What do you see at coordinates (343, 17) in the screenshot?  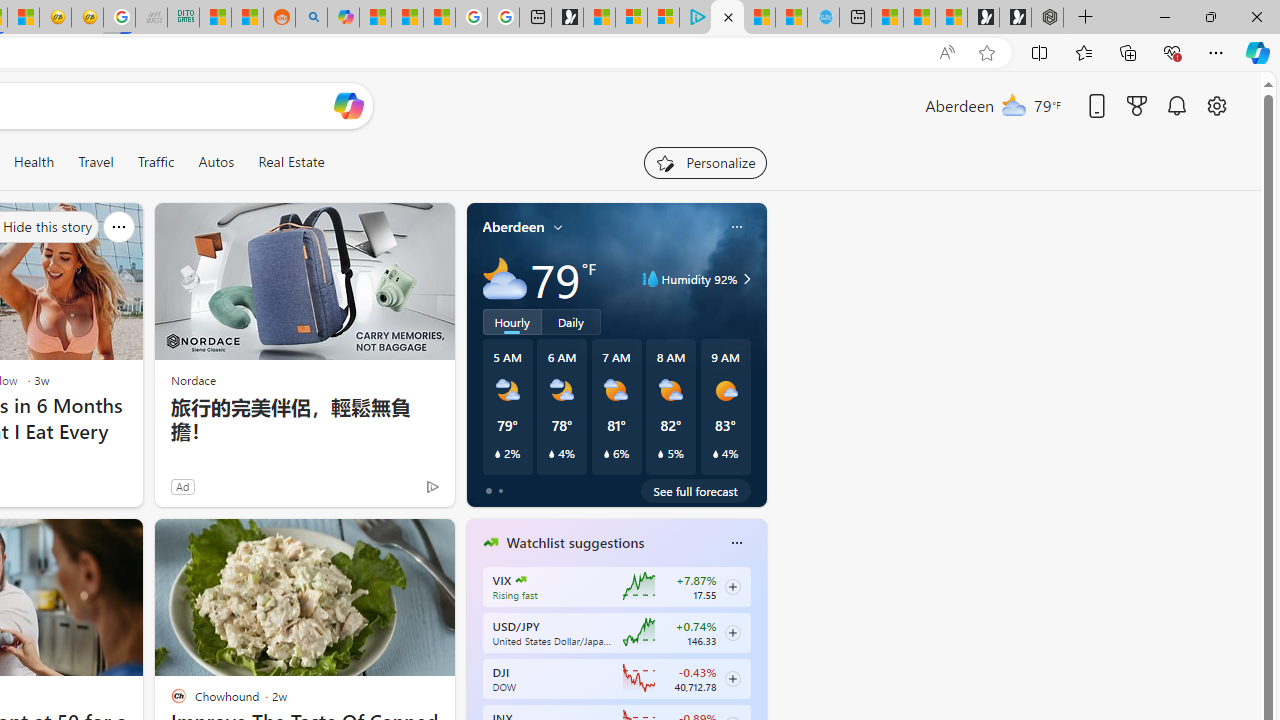 I see `'Microsoft Copilot in Bing'` at bounding box center [343, 17].